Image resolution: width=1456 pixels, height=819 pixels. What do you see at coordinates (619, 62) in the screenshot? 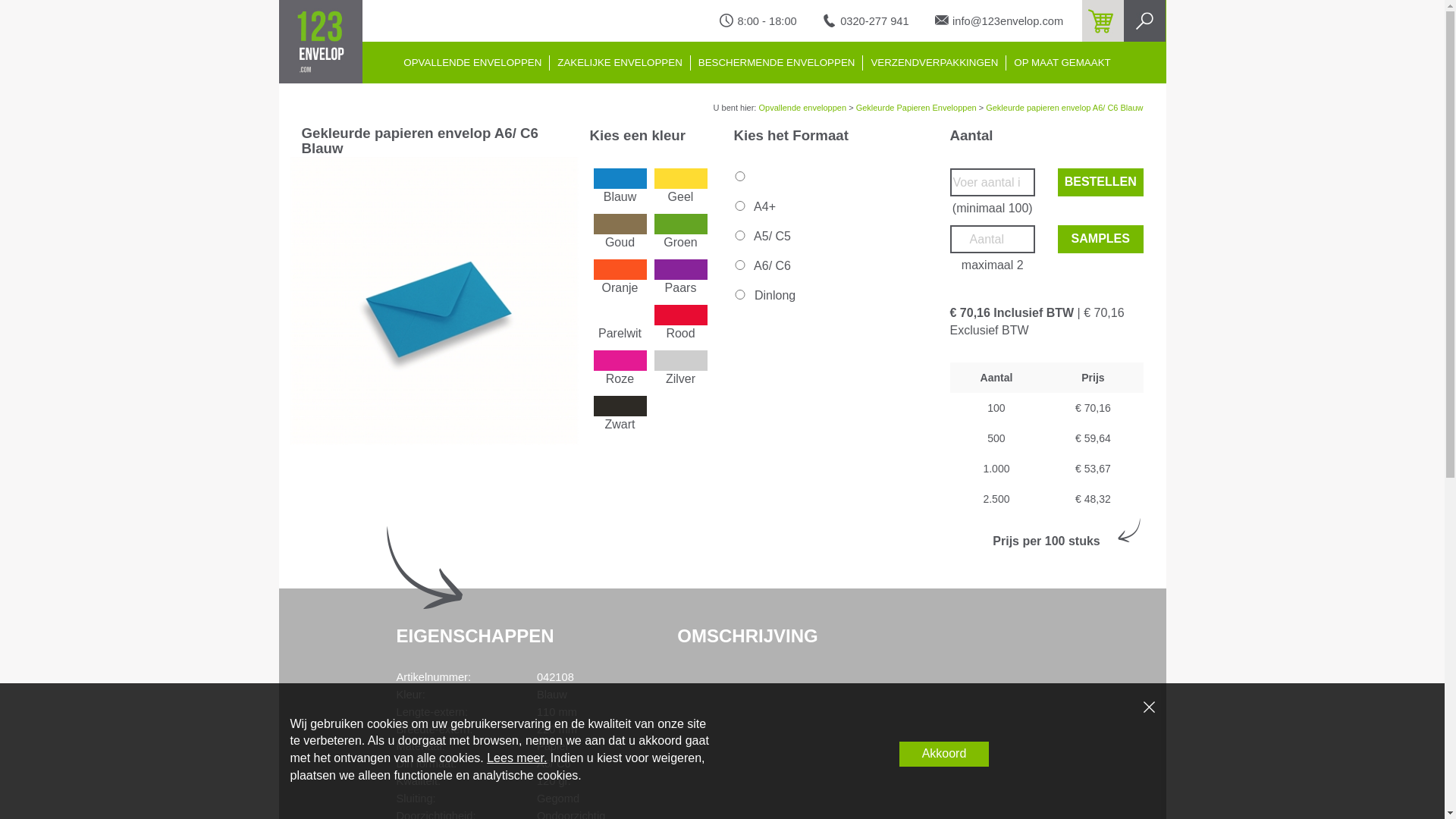
I see `'ZAKELIJKE ENVELOPPEN'` at bounding box center [619, 62].